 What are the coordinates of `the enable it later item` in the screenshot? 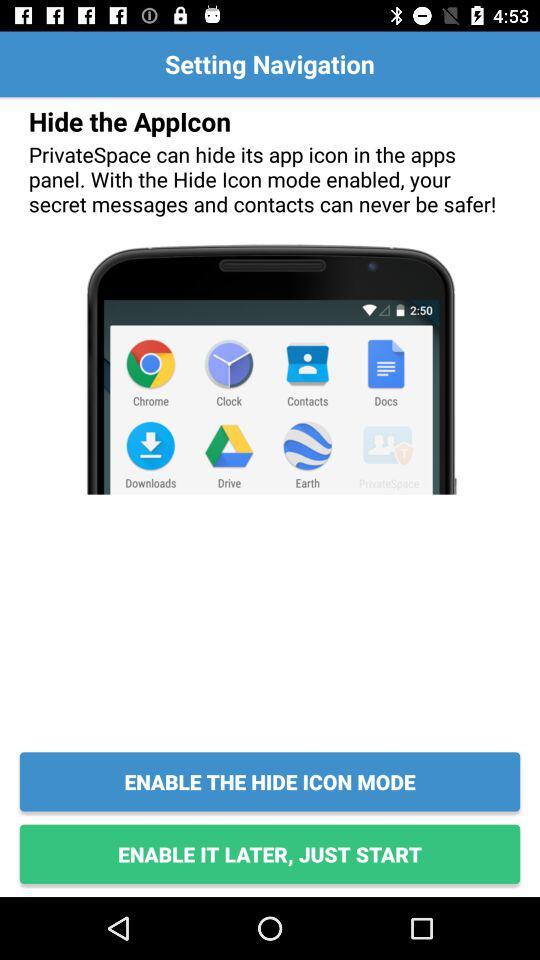 It's located at (270, 853).